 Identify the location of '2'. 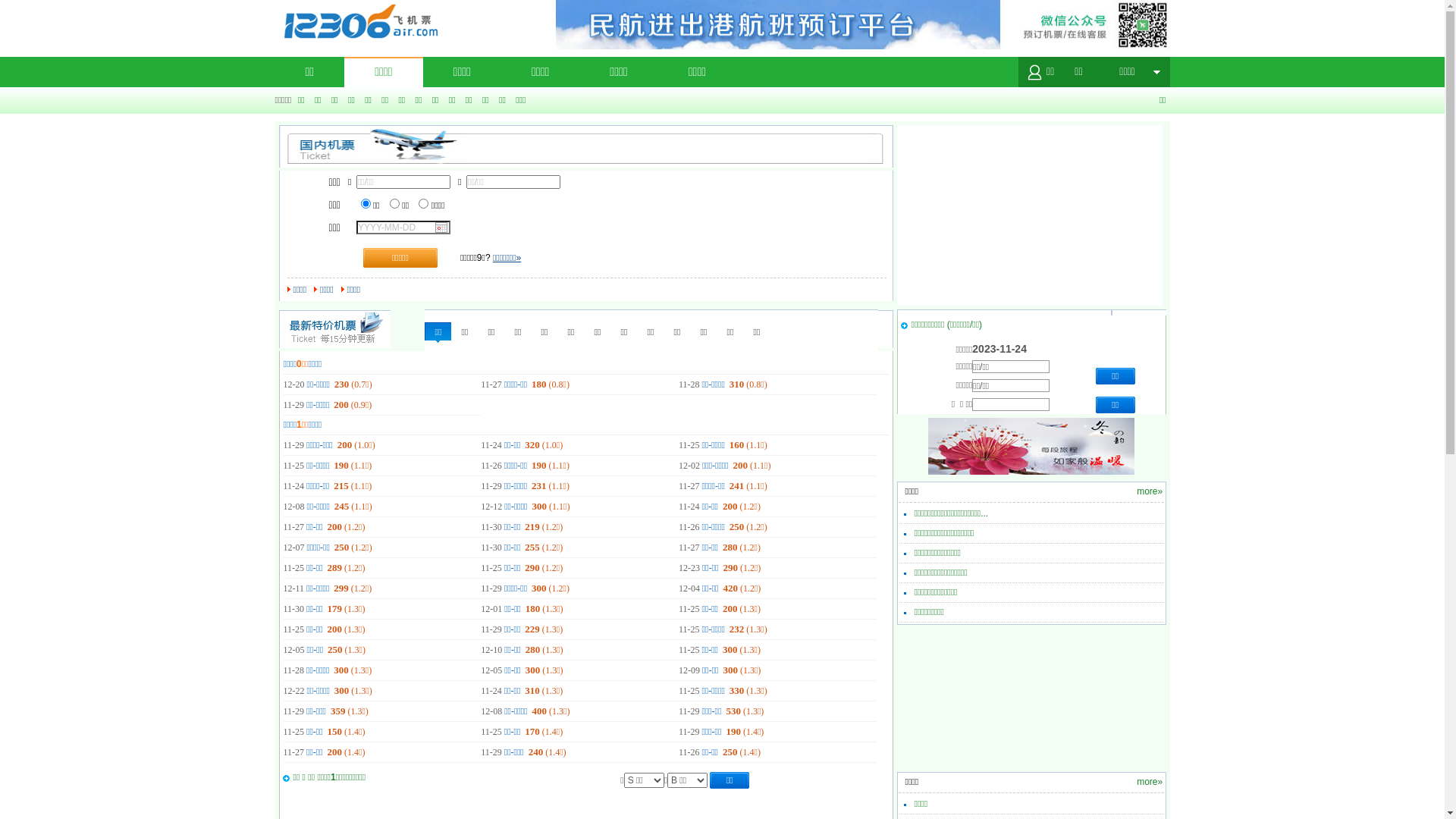
(389, 202).